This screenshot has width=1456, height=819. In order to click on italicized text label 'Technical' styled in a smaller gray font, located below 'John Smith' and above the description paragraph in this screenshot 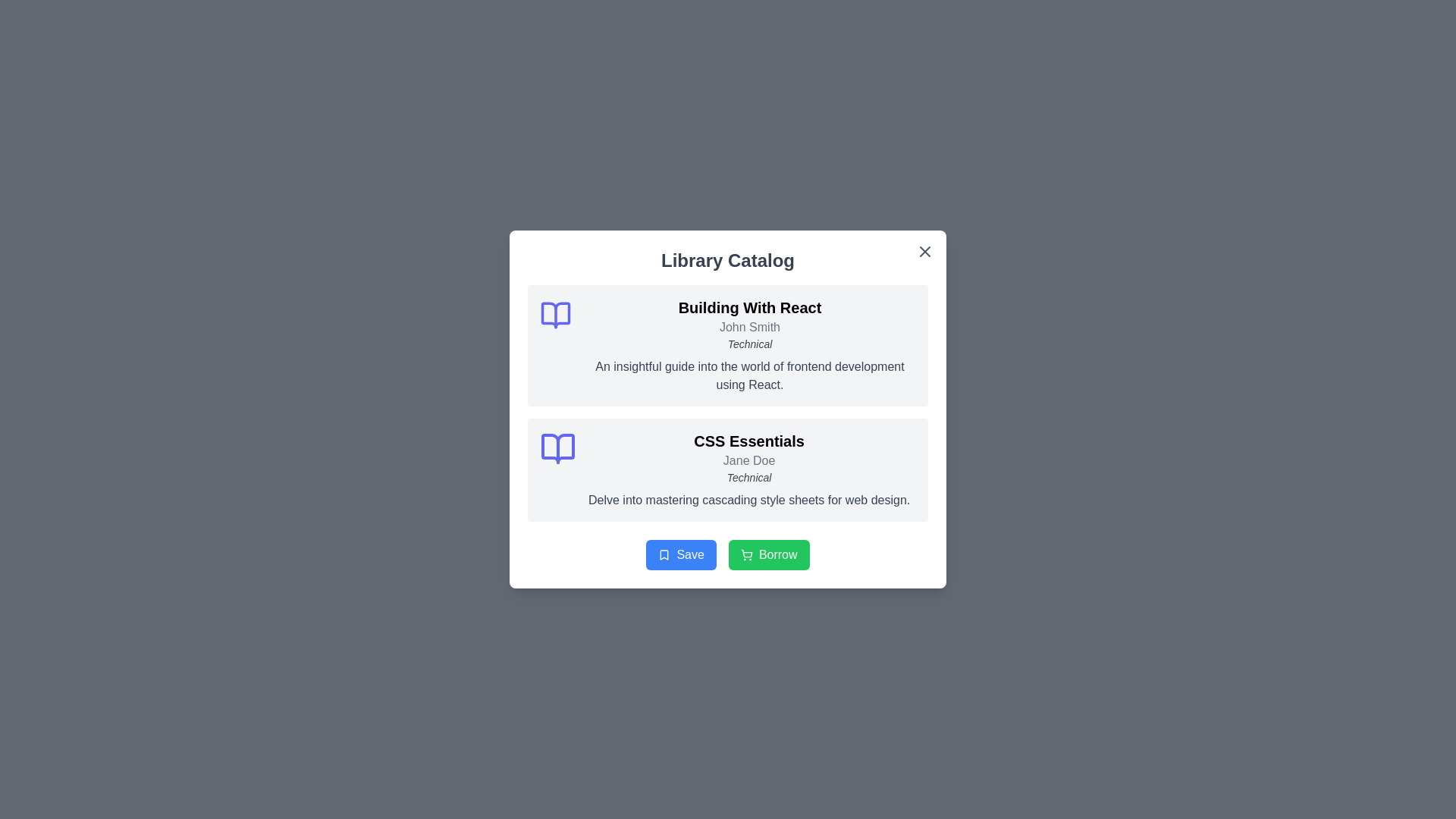, I will do `click(749, 344)`.